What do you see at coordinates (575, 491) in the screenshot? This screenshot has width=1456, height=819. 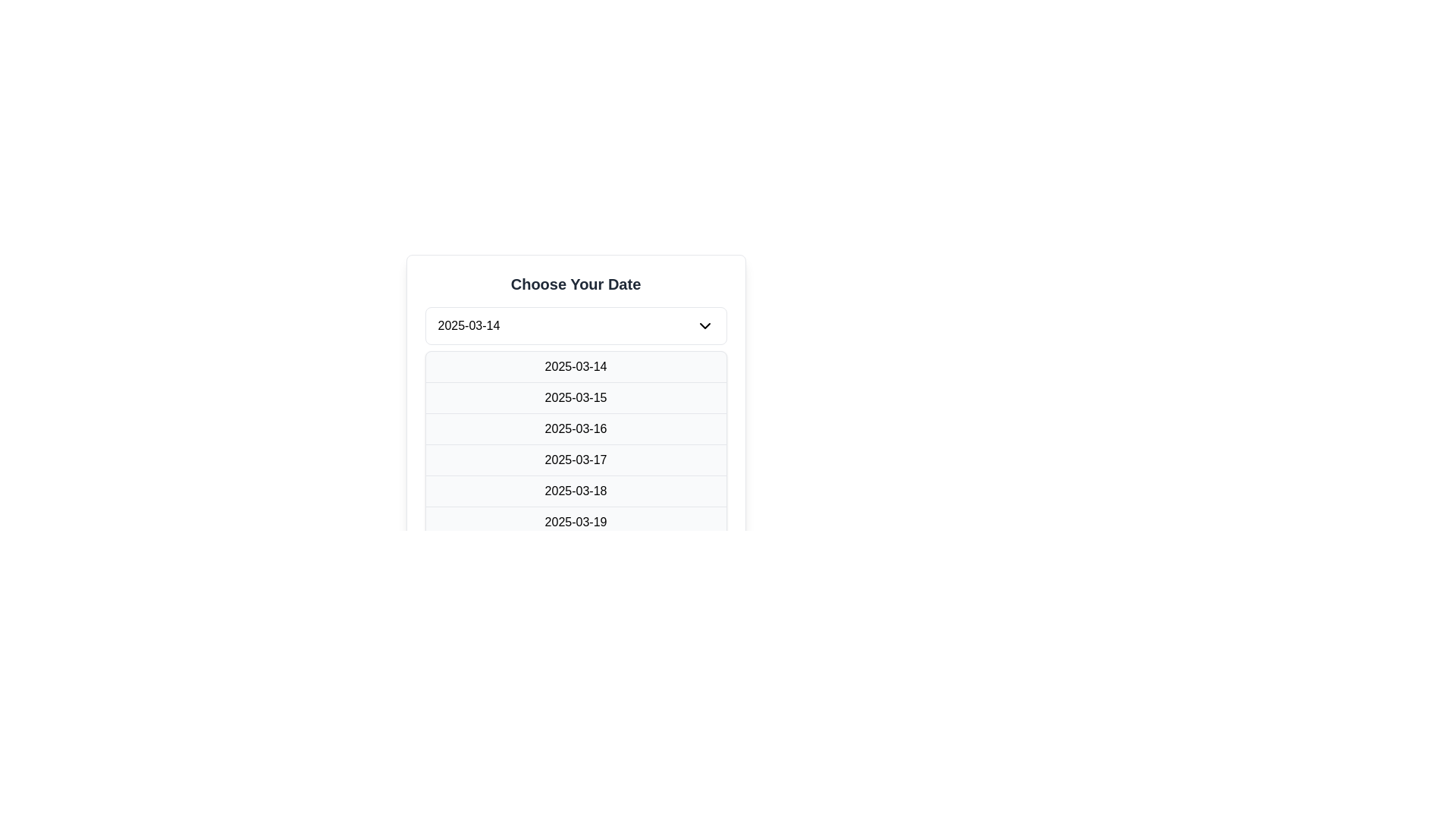 I see `the text item displaying the date '2025-03-18'` at bounding box center [575, 491].